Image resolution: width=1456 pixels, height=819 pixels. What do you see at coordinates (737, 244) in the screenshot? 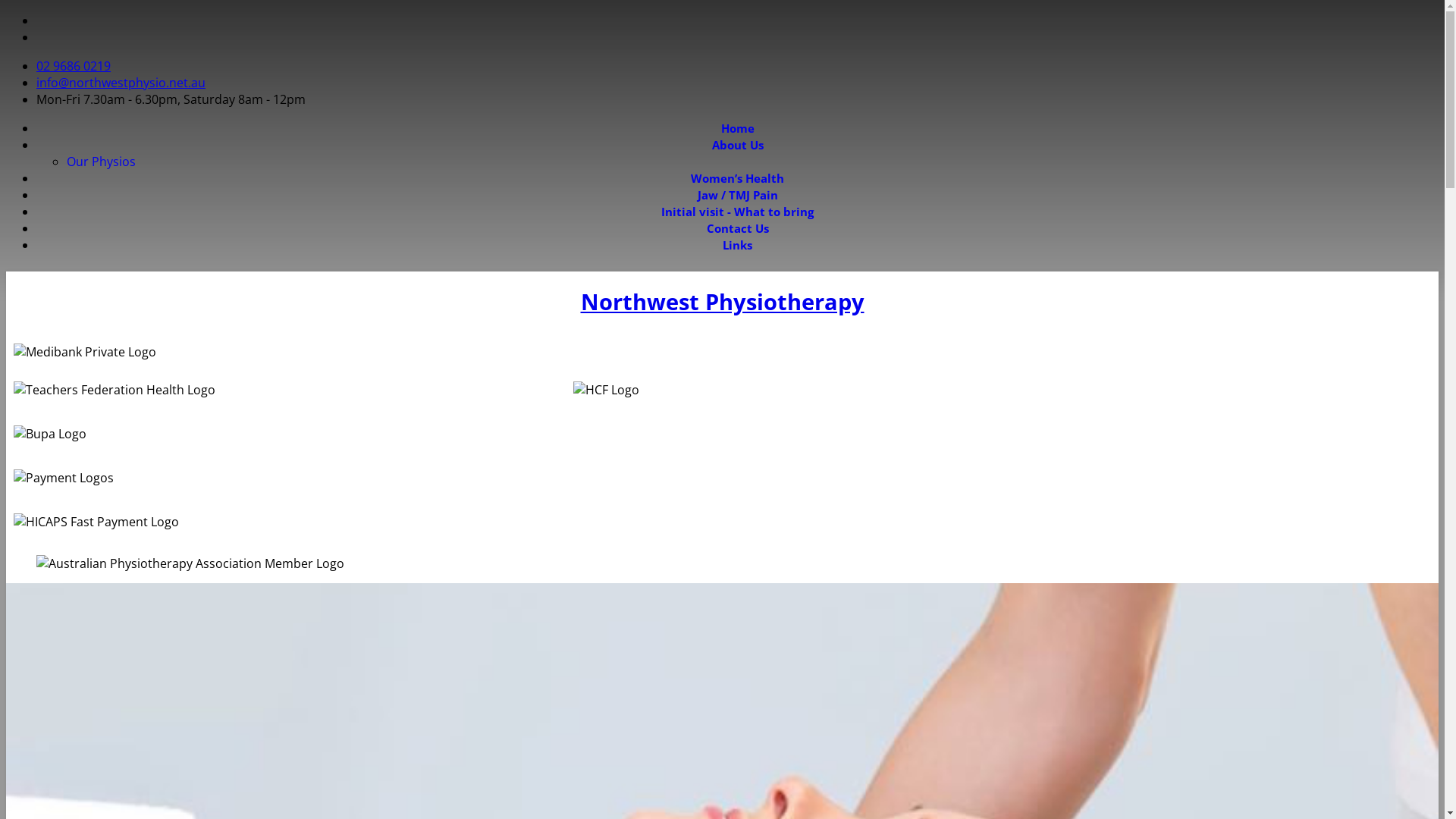
I see `'Links'` at bounding box center [737, 244].